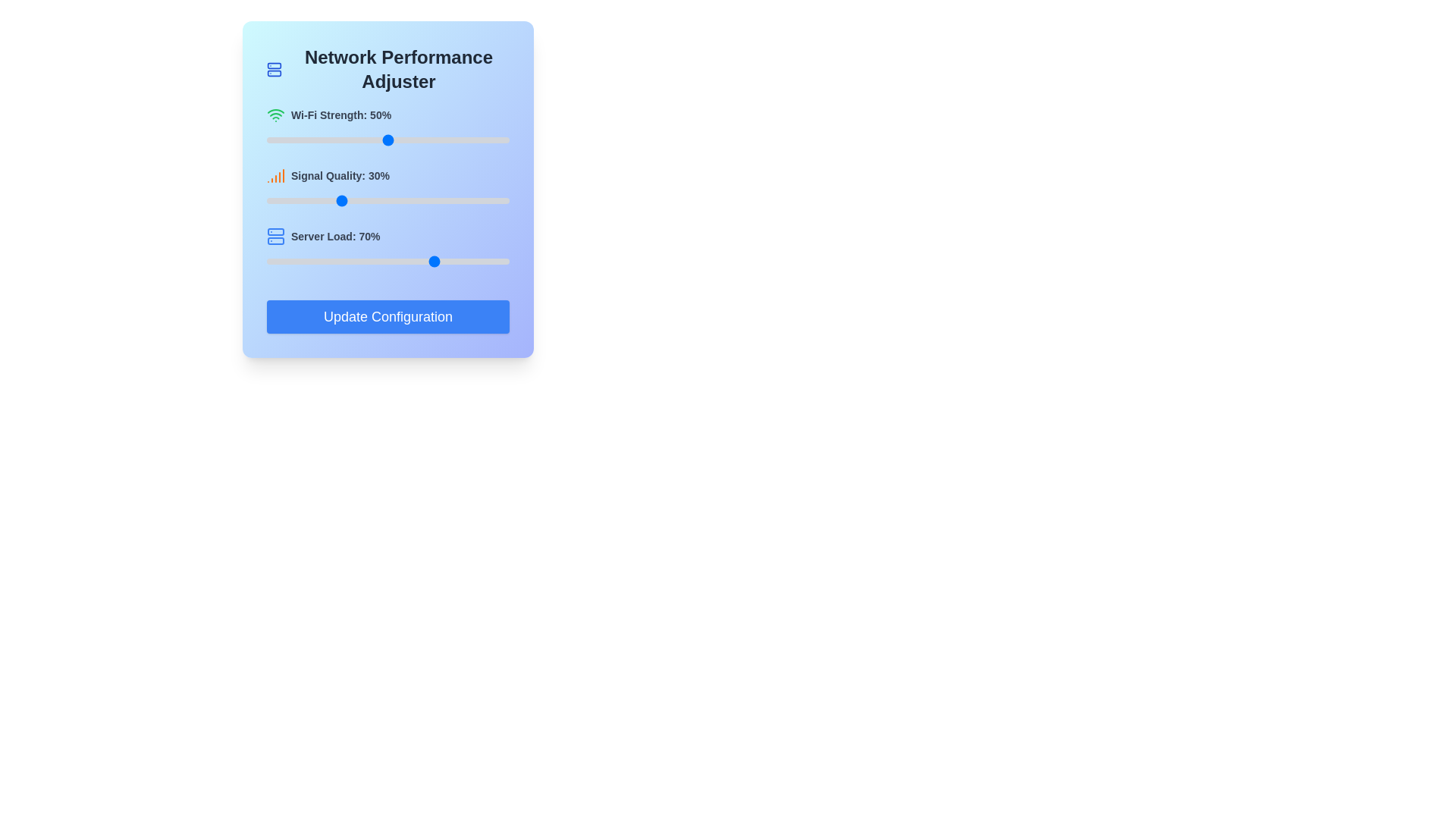 This screenshot has height=819, width=1456. Describe the element at coordinates (395, 200) in the screenshot. I see `the signal quality` at that location.